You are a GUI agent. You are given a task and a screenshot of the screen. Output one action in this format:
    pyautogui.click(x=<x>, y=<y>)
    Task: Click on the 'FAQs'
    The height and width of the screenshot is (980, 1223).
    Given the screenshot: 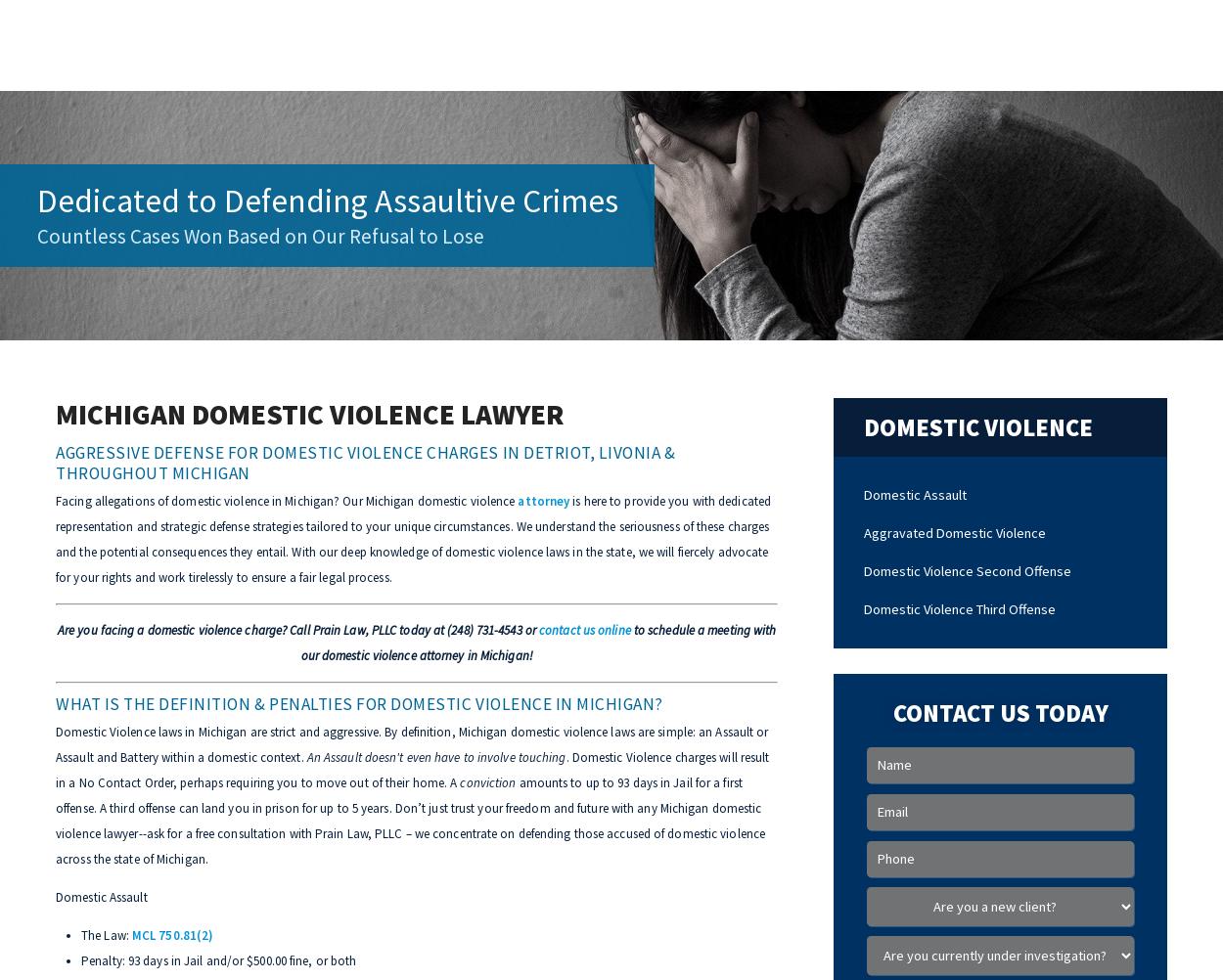 What is the action you would take?
    pyautogui.click(x=740, y=43)
    